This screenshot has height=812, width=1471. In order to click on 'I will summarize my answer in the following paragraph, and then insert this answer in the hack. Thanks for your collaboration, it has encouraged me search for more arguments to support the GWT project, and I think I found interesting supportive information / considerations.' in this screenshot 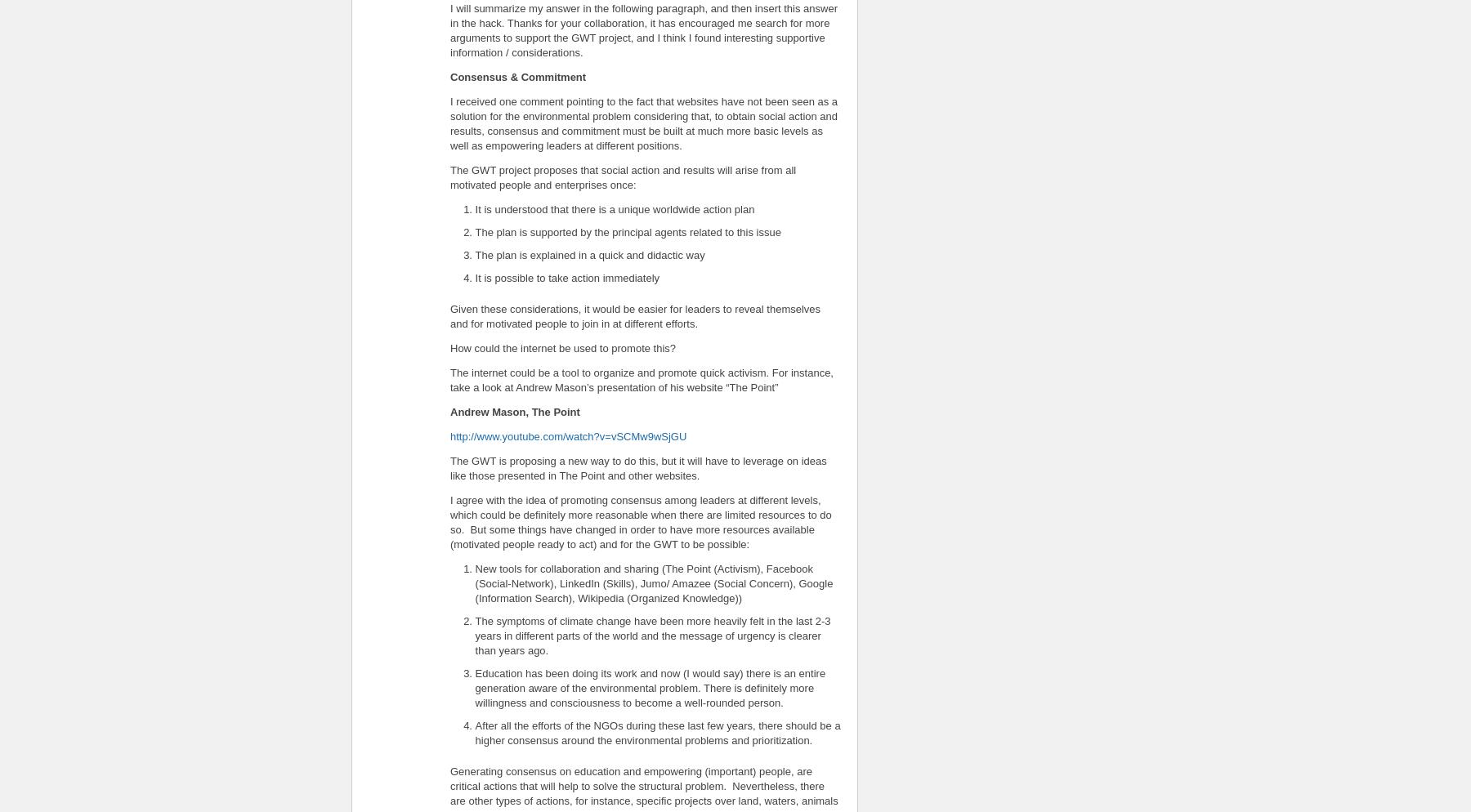, I will do `click(644, 29)`.